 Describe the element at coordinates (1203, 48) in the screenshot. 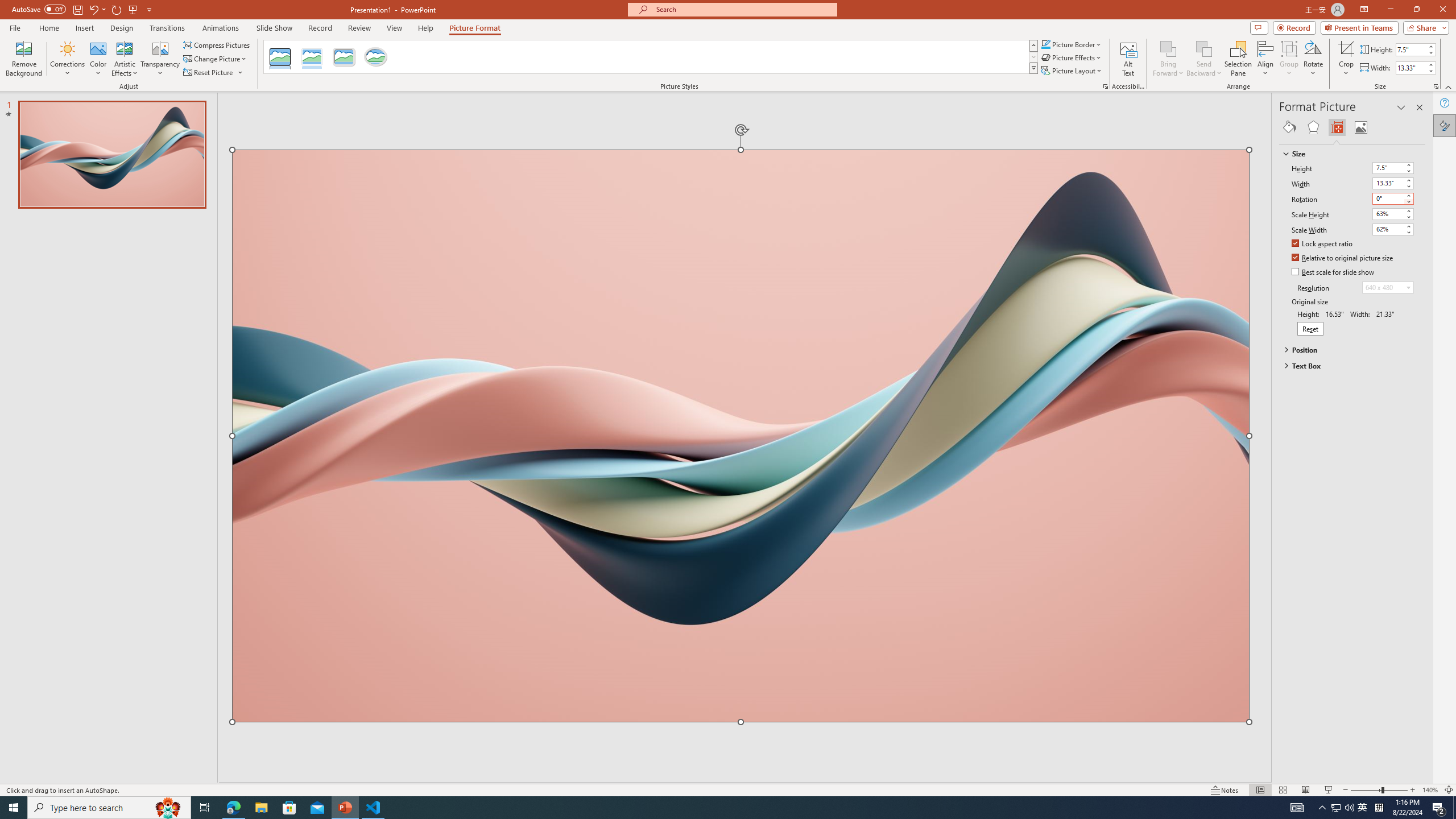

I see `'Send Backward'` at that location.